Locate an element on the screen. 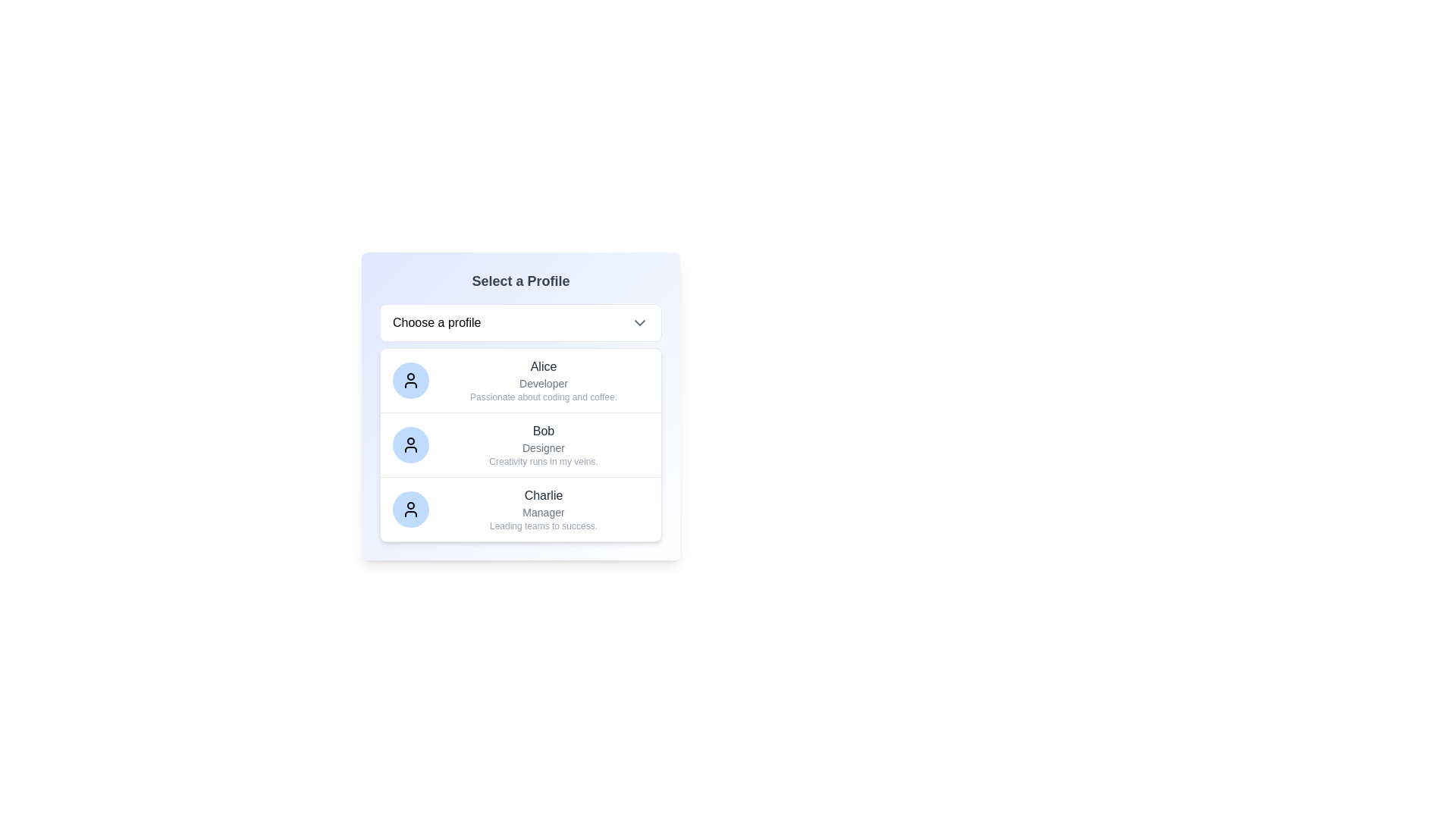  the user silhouette icon with a bold black outline that represents 'Charlie, Manager' in the profile selection section is located at coordinates (411, 509).